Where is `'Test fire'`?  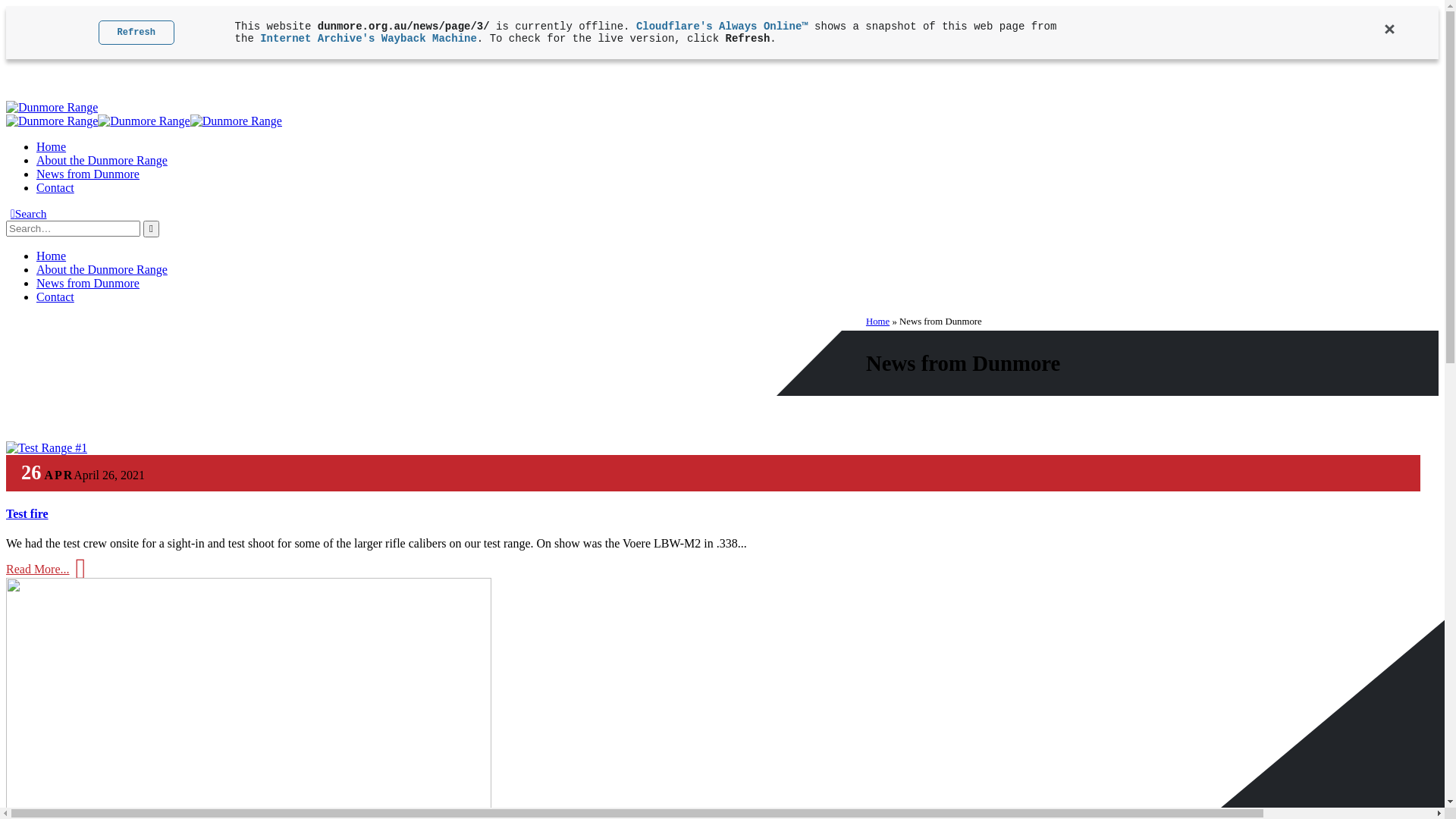
'Test fire' is located at coordinates (6, 513).